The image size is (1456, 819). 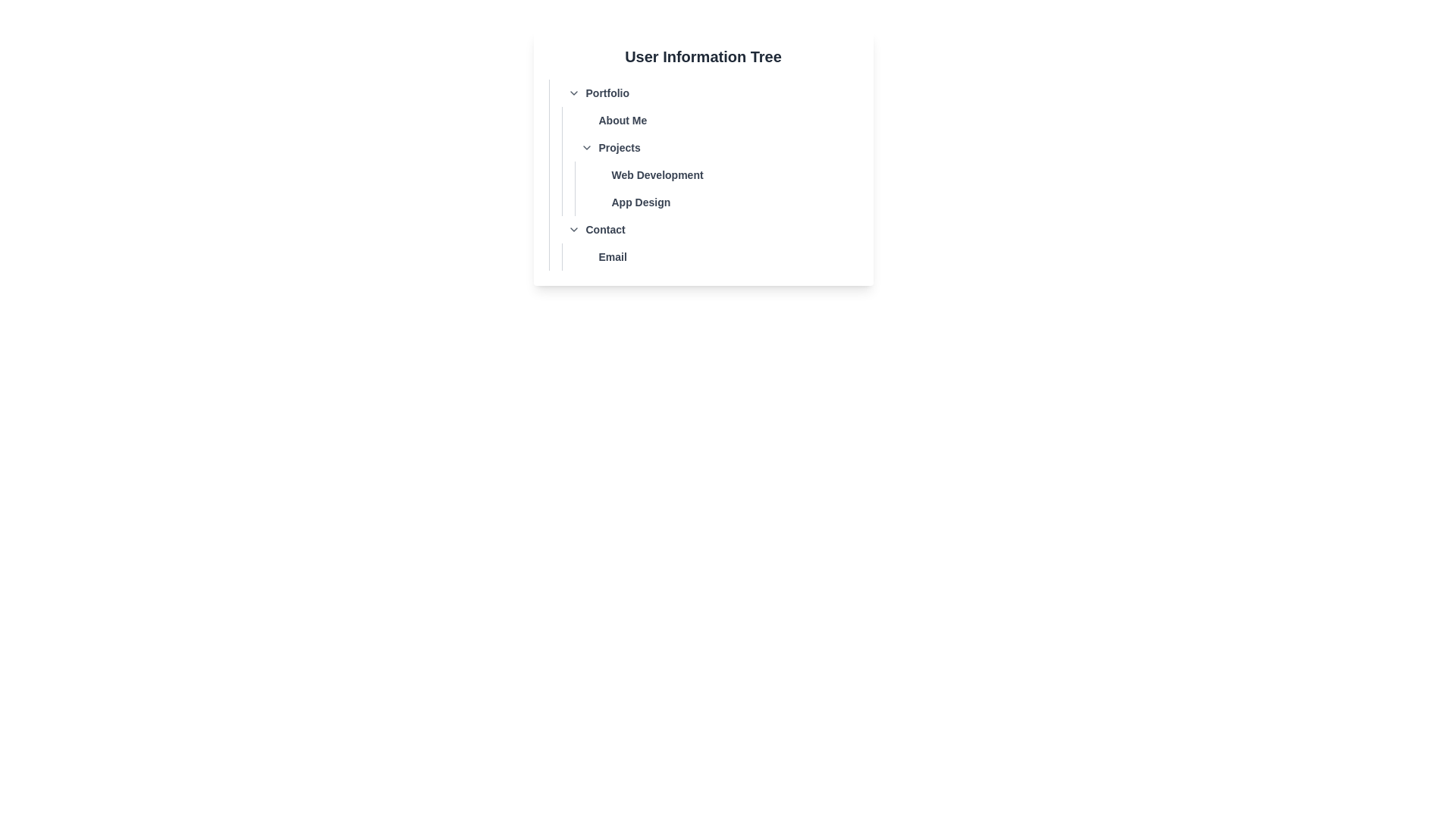 I want to click on the interactive control that navigates to or expands the 'Contact' section, located below 'App Design' and above 'Email', so click(x=709, y=230).